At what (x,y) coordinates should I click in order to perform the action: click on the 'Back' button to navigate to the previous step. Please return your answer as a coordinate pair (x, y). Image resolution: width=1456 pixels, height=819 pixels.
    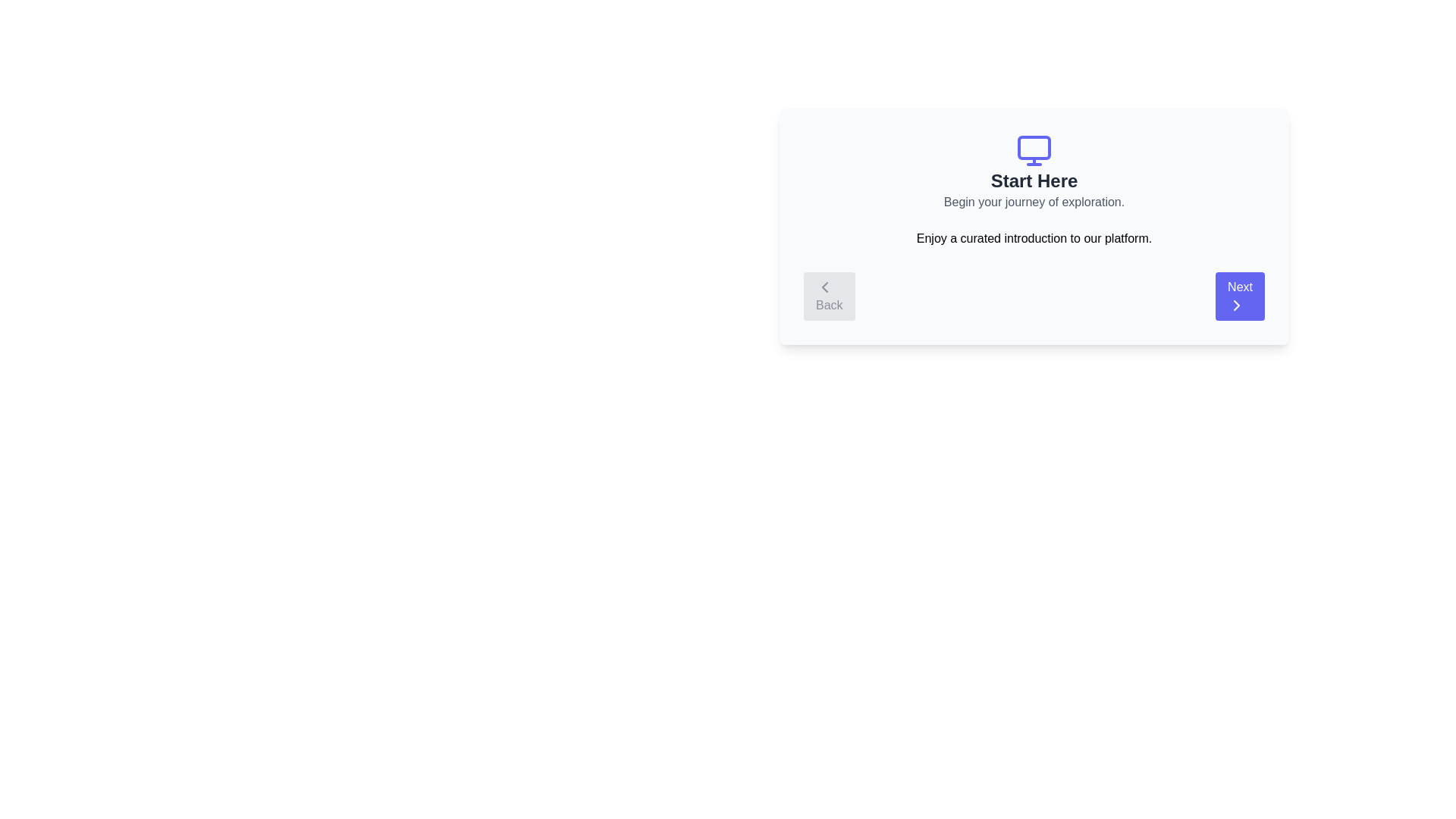
    Looking at the image, I should click on (828, 296).